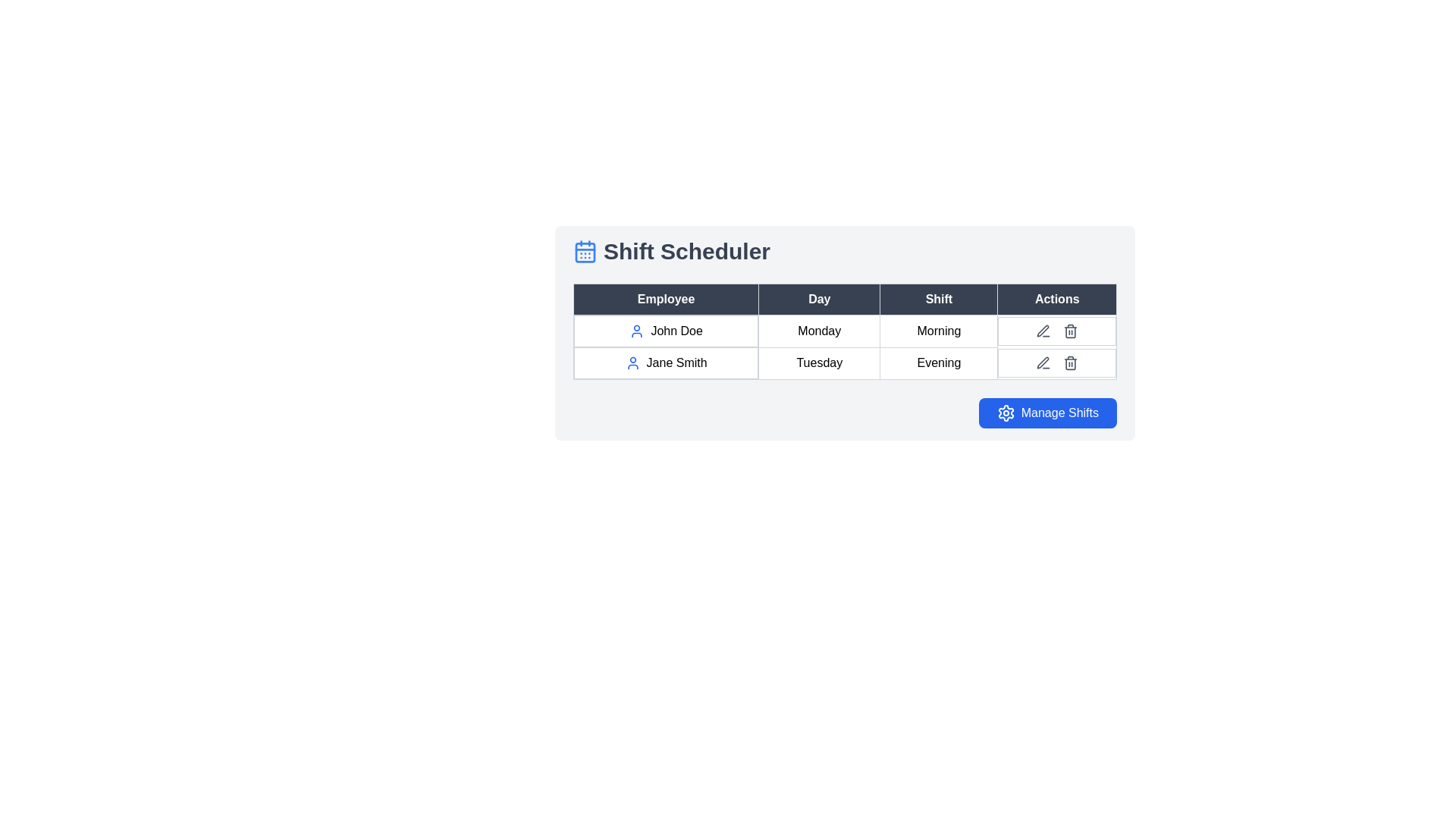 This screenshot has height=819, width=1456. I want to click on the Table Header Cell in the first column of the four-column table, which indicates the 'Employee' data column, so click(666, 299).